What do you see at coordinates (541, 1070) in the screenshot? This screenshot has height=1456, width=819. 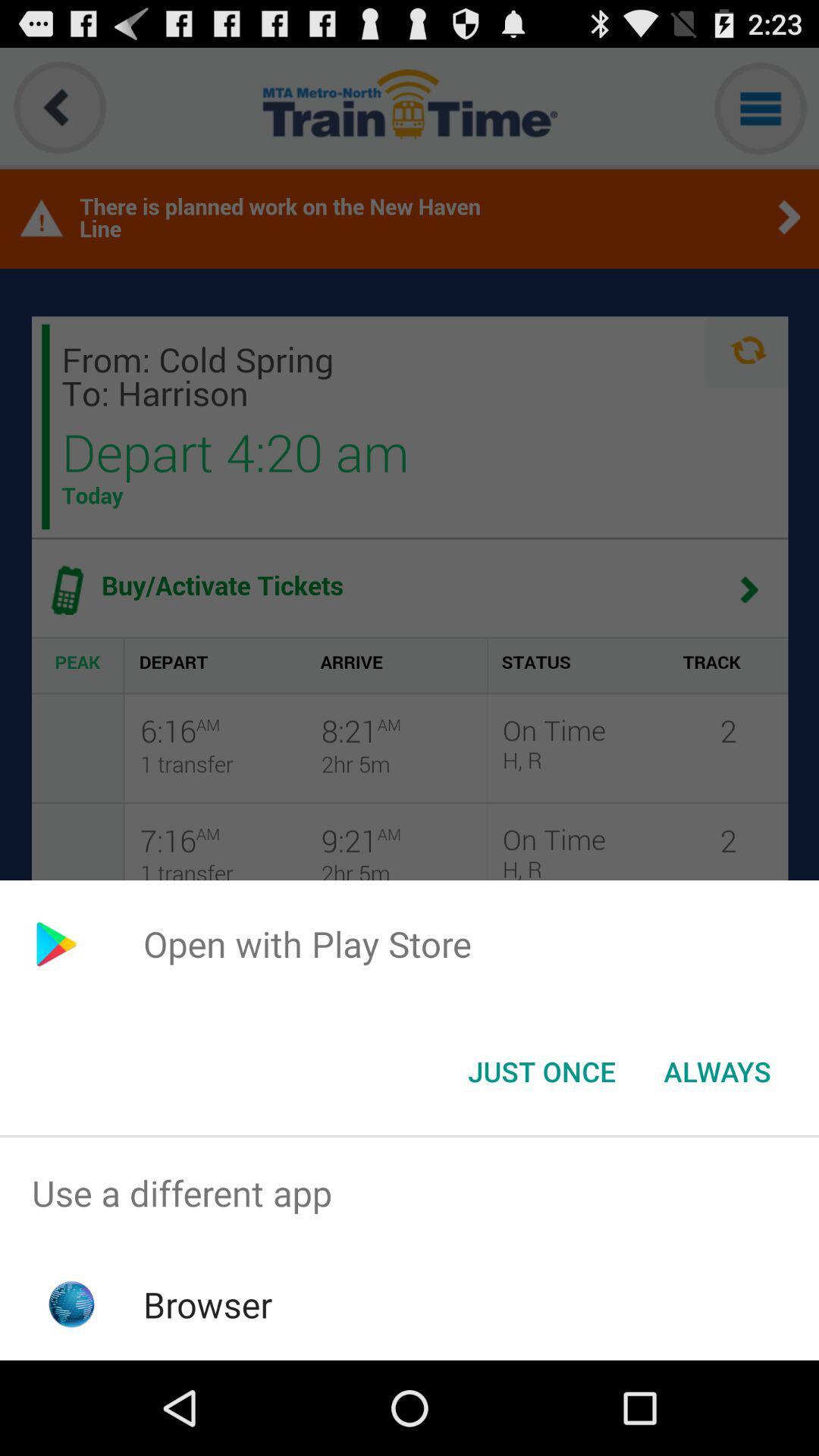 I see `app below open with play icon` at bounding box center [541, 1070].